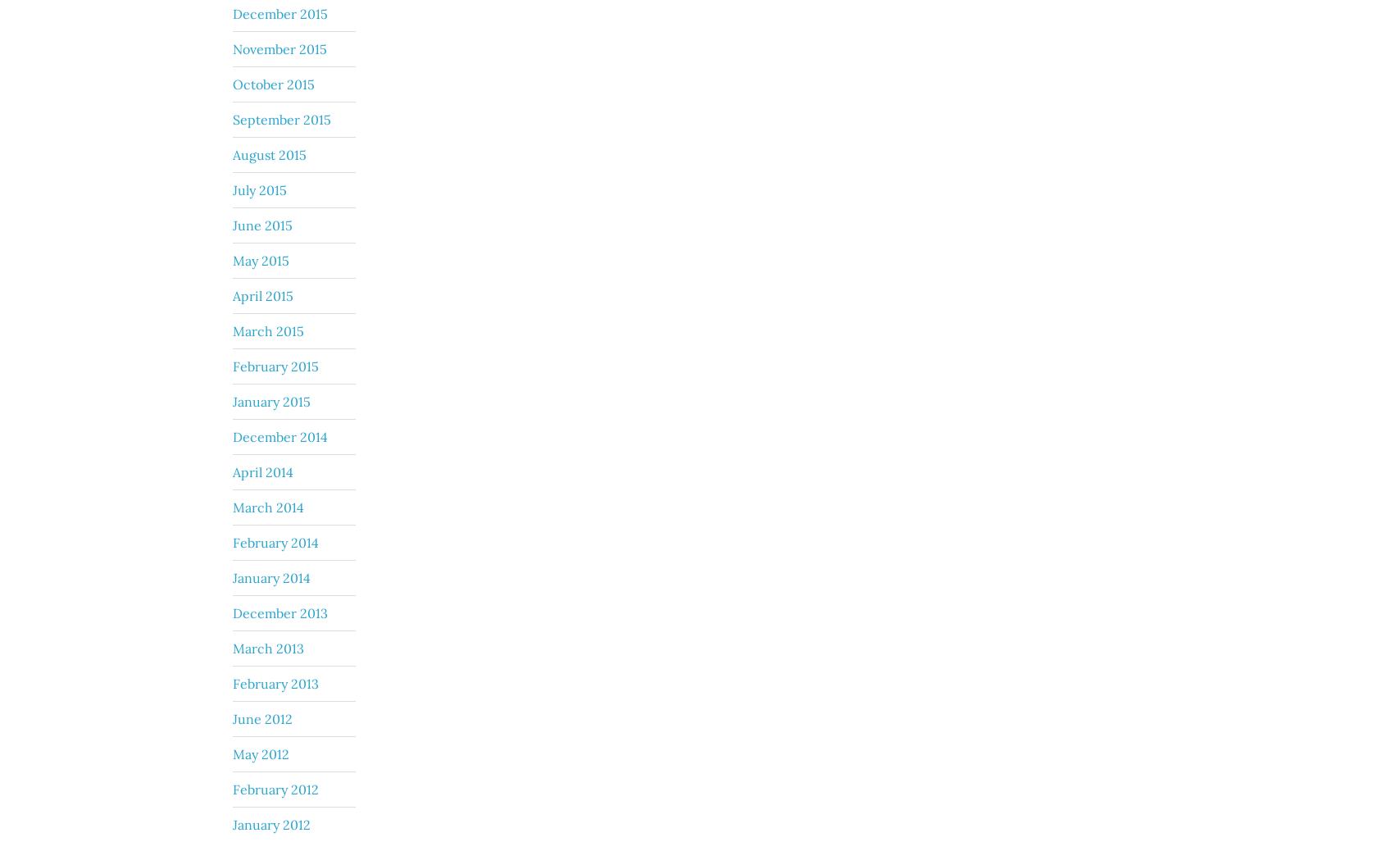  Describe the element at coordinates (275, 365) in the screenshot. I see `'February 2015'` at that location.